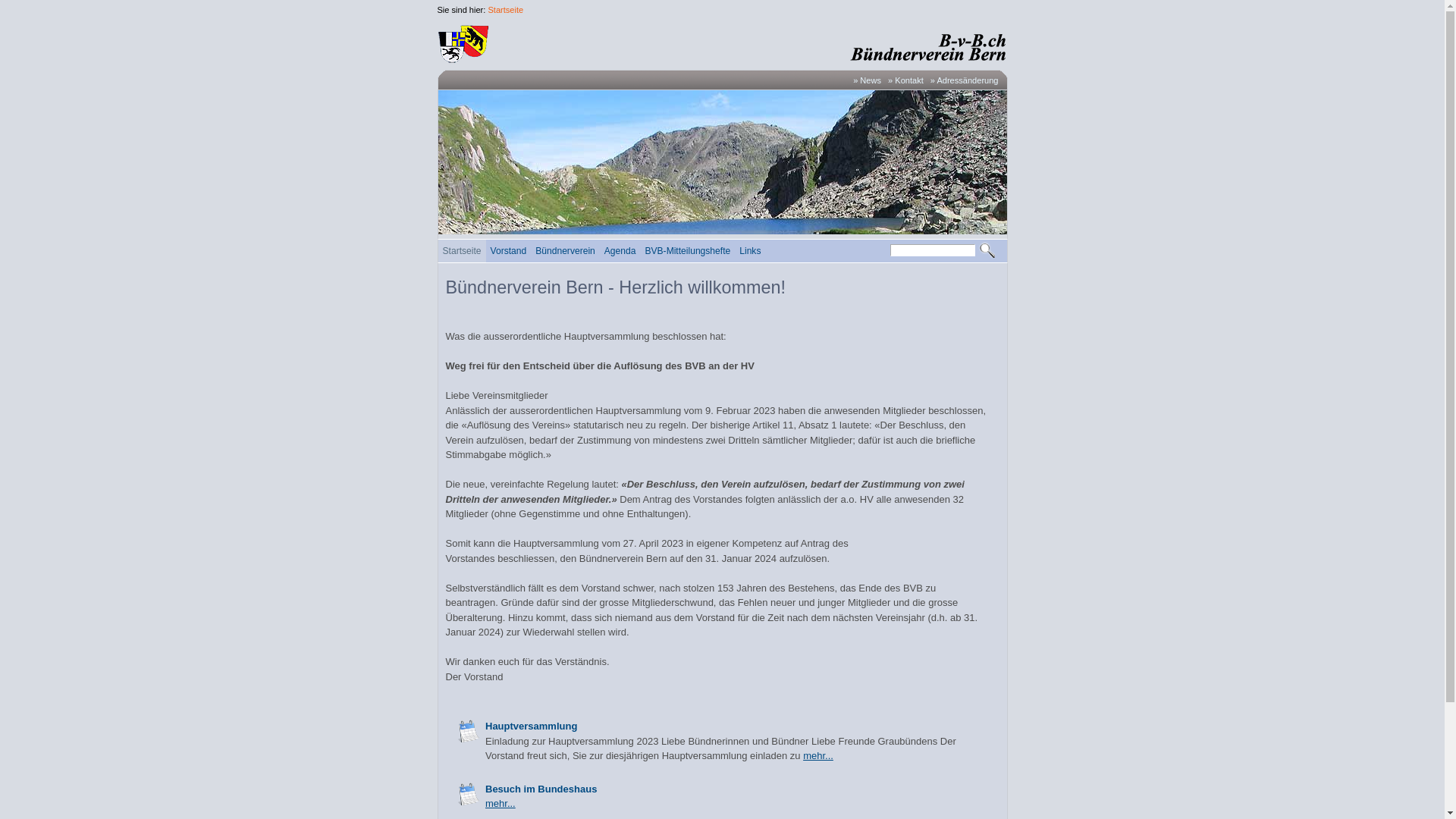 The height and width of the screenshot is (819, 1456). I want to click on 'mehr...', so click(817, 755).